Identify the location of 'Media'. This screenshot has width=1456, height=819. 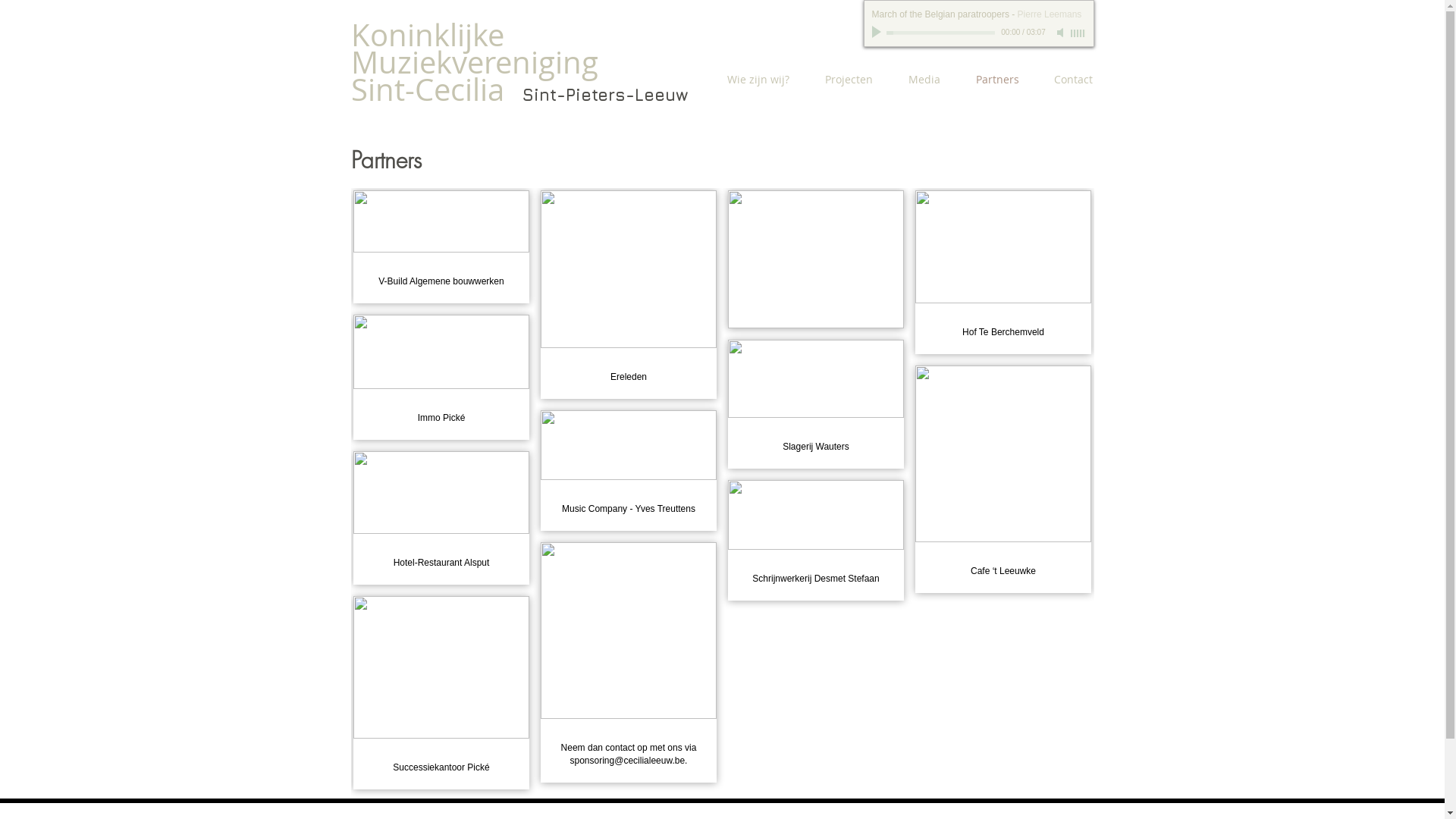
(917, 79).